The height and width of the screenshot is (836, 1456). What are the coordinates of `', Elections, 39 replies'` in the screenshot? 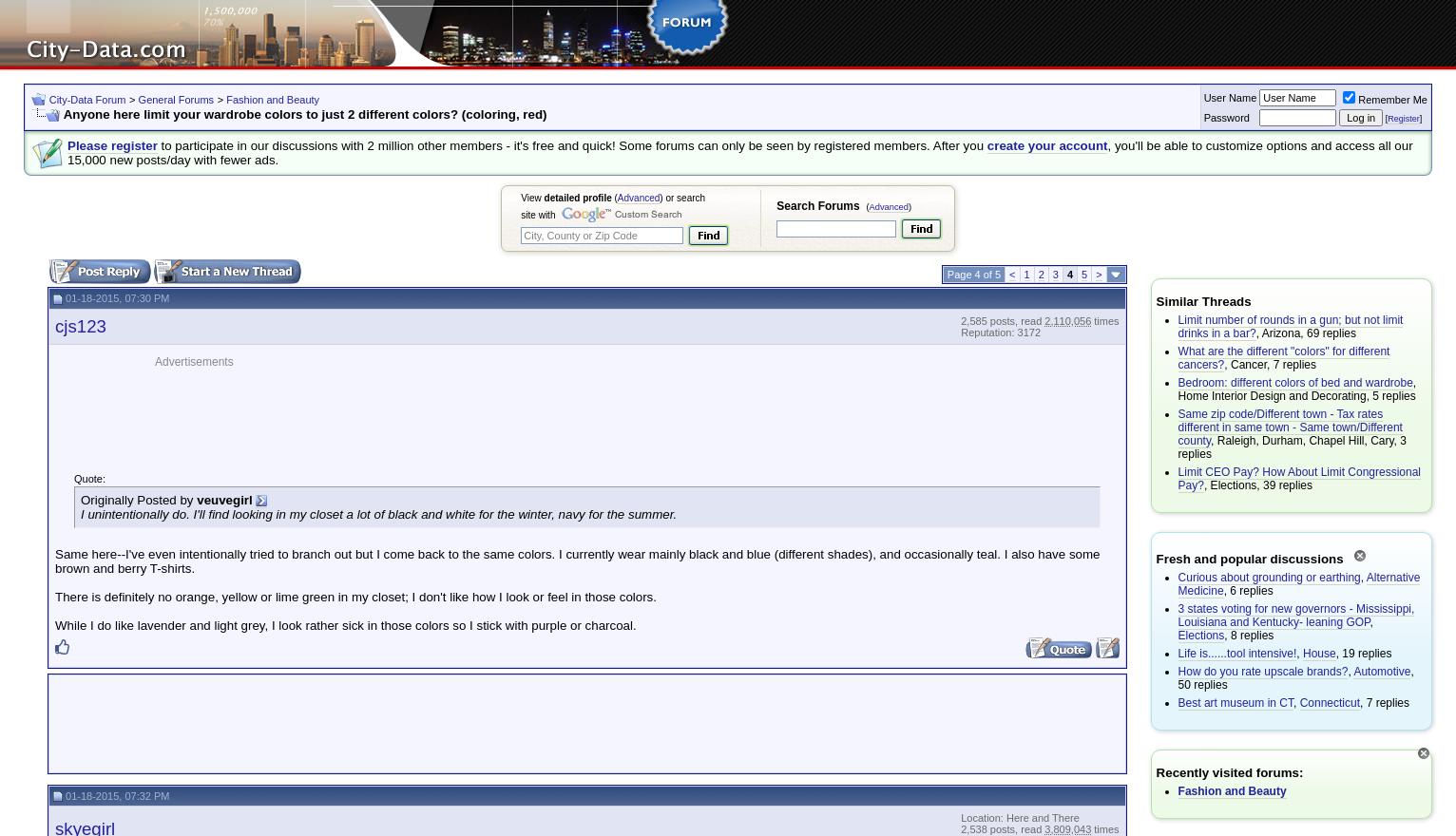 It's located at (1256, 485).